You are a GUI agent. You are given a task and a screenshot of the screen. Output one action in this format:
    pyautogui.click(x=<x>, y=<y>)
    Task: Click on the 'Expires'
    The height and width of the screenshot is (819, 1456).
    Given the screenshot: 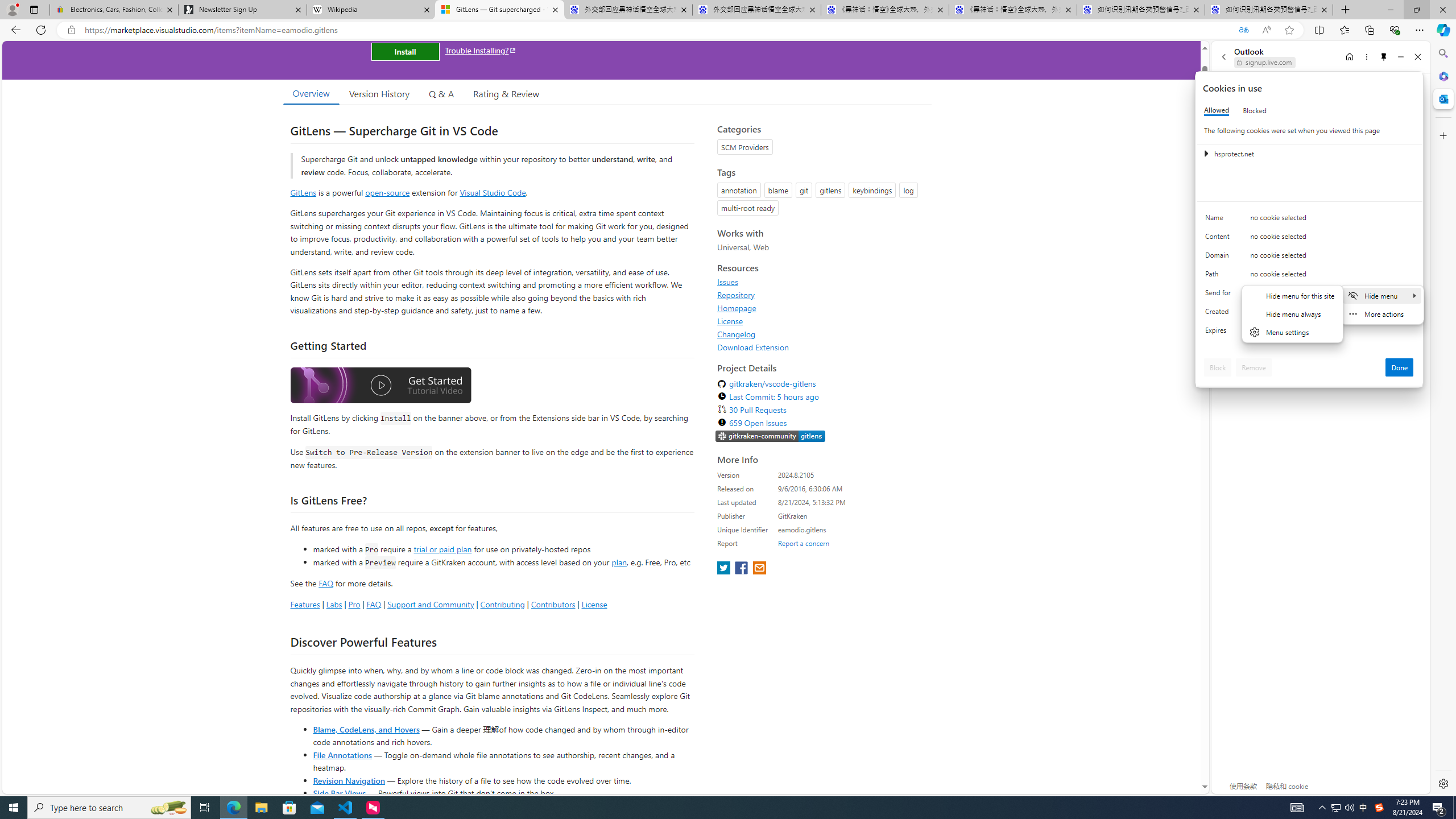 What is the action you would take?
    pyautogui.click(x=1219, y=333)
    